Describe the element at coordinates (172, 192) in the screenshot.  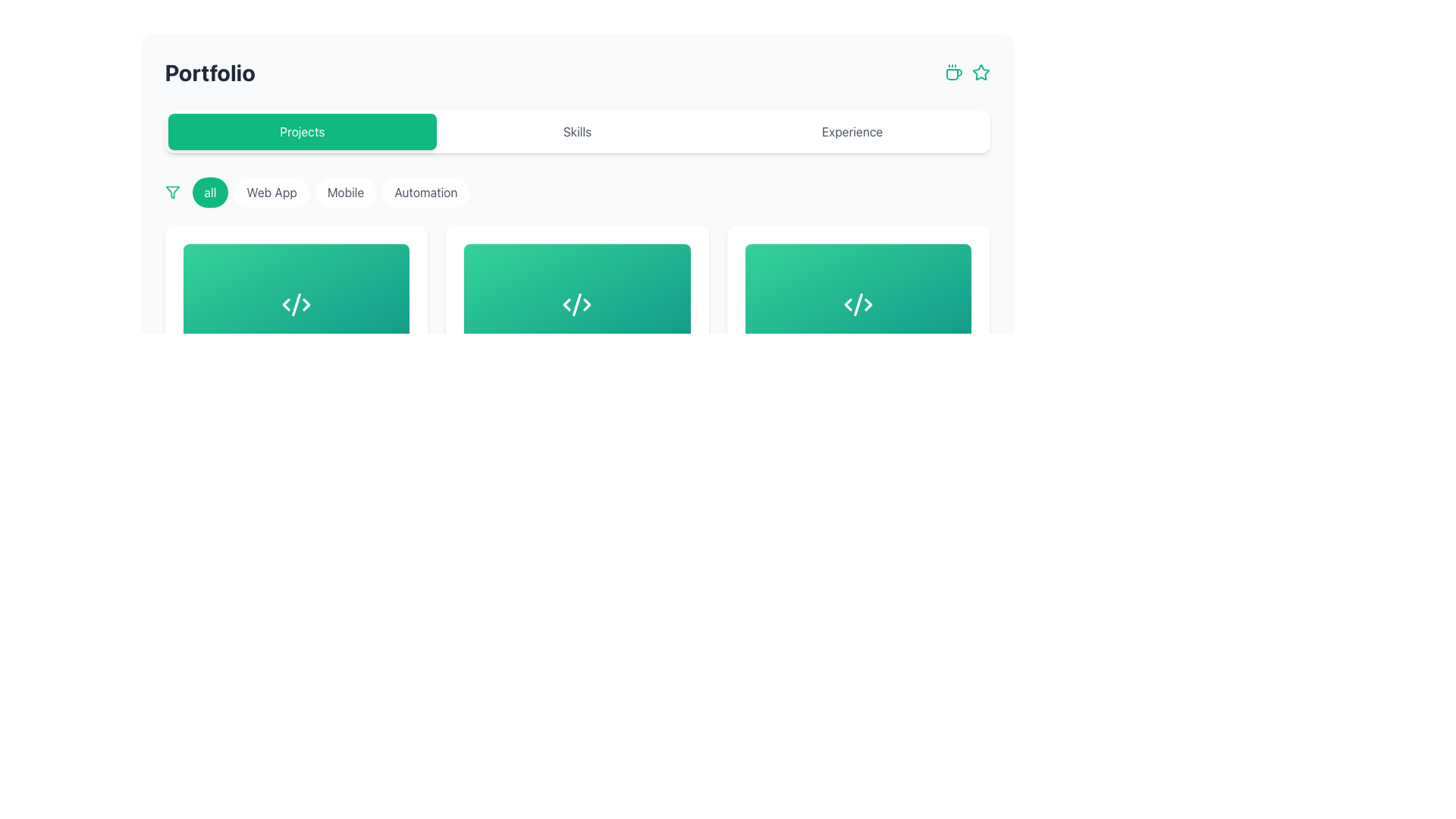
I see `the green triangular funnel-shaped filter icon located to the left of the 'all' filter button in the top-left section of the interface` at that location.